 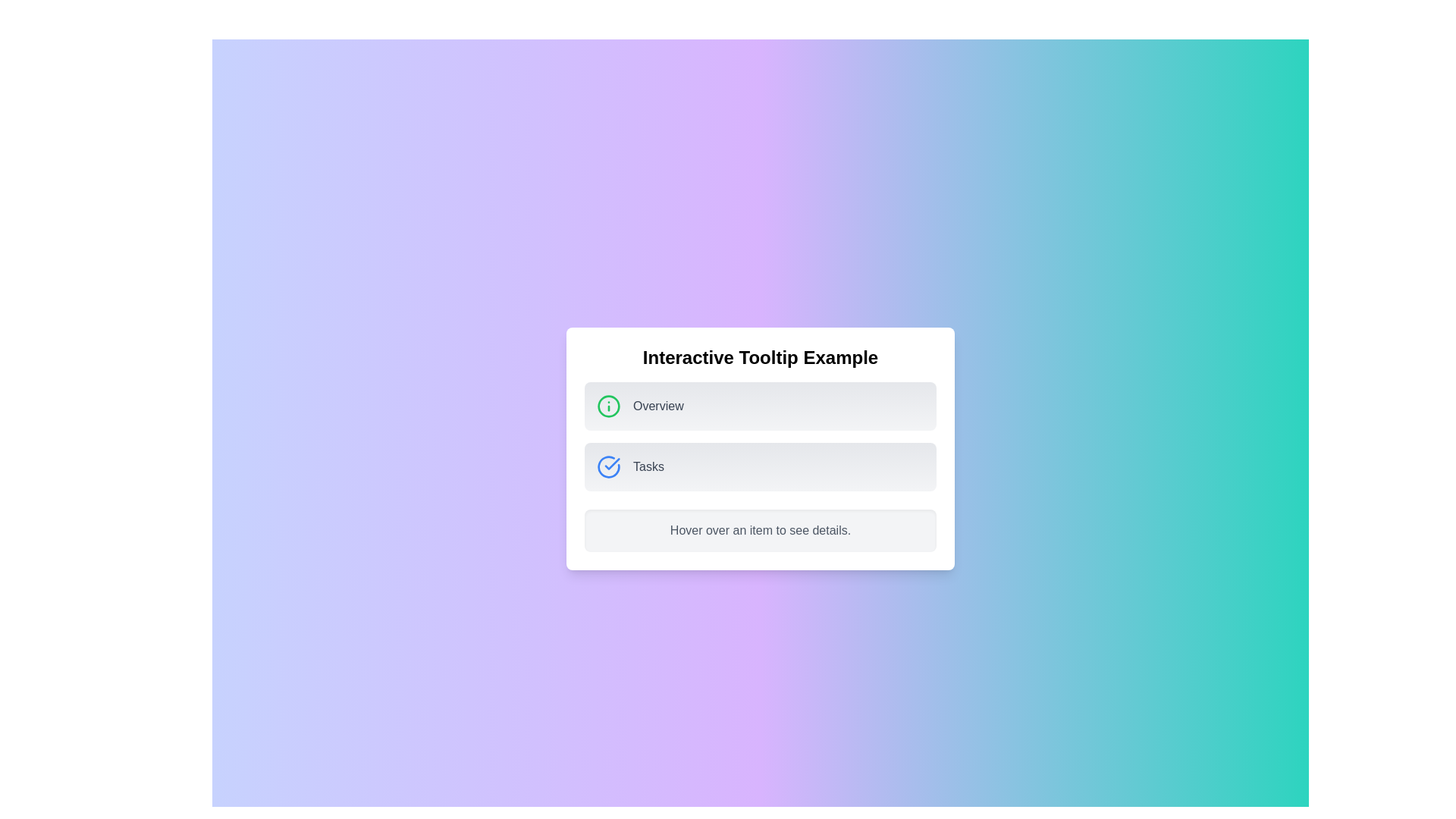 I want to click on the 'Overview' card-like button, which is the first card in a vertical stack directly above the 'Tasks' card, so click(x=761, y=406).